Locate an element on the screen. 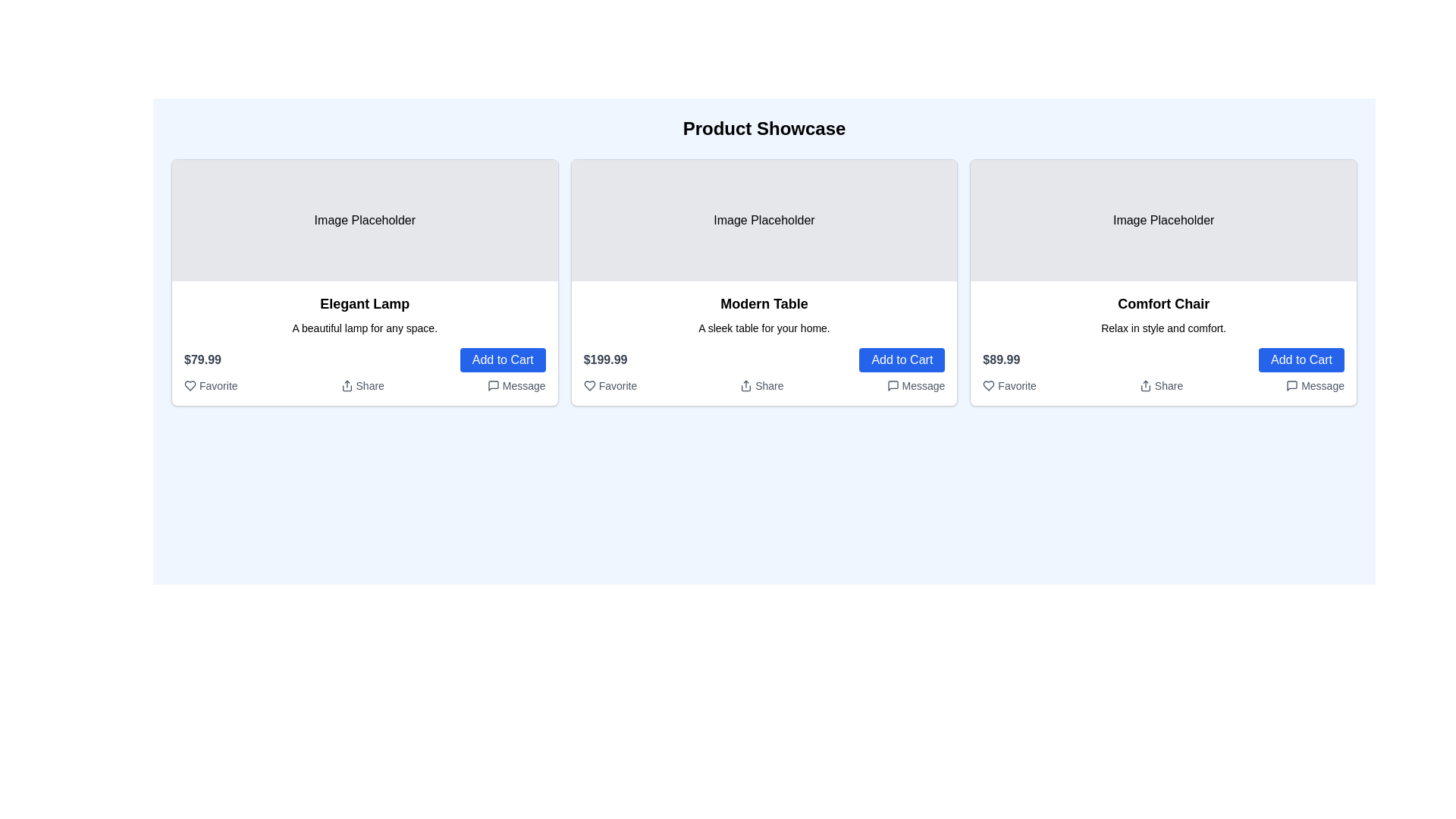  the text label providing a description of the product 'Modern Table' is located at coordinates (764, 327).